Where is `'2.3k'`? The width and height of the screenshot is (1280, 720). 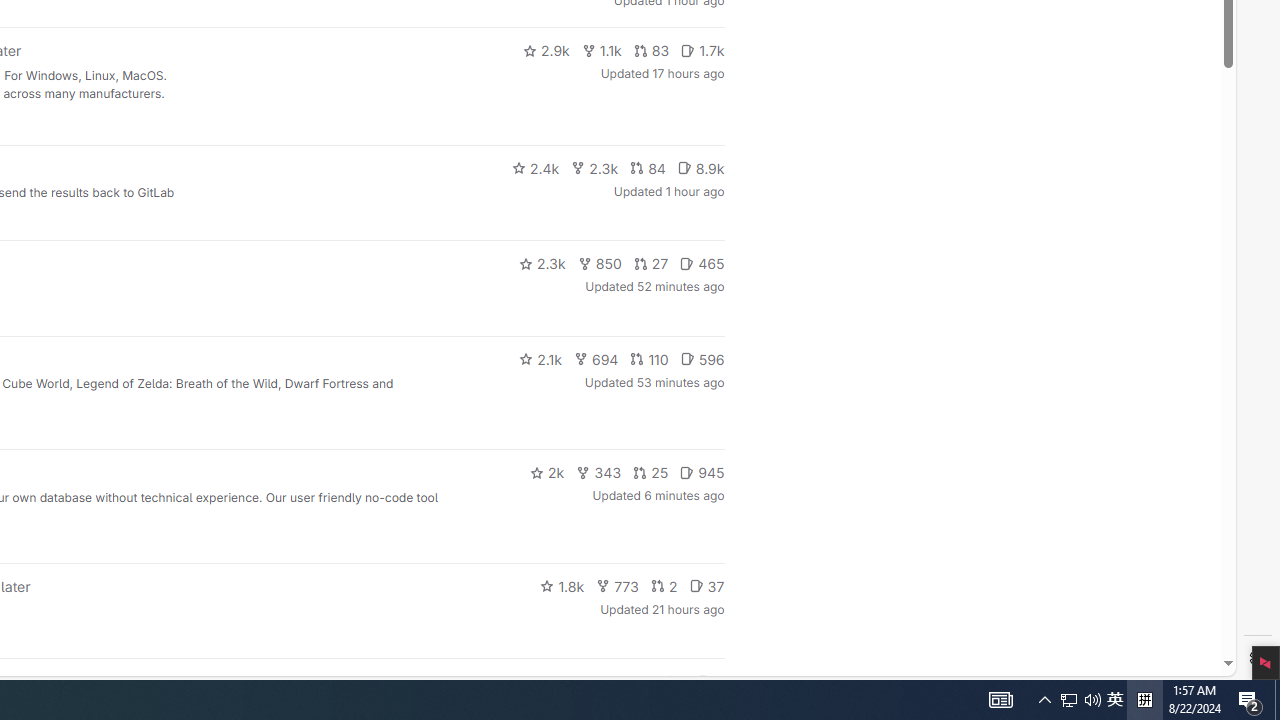
'2.3k' is located at coordinates (542, 262).